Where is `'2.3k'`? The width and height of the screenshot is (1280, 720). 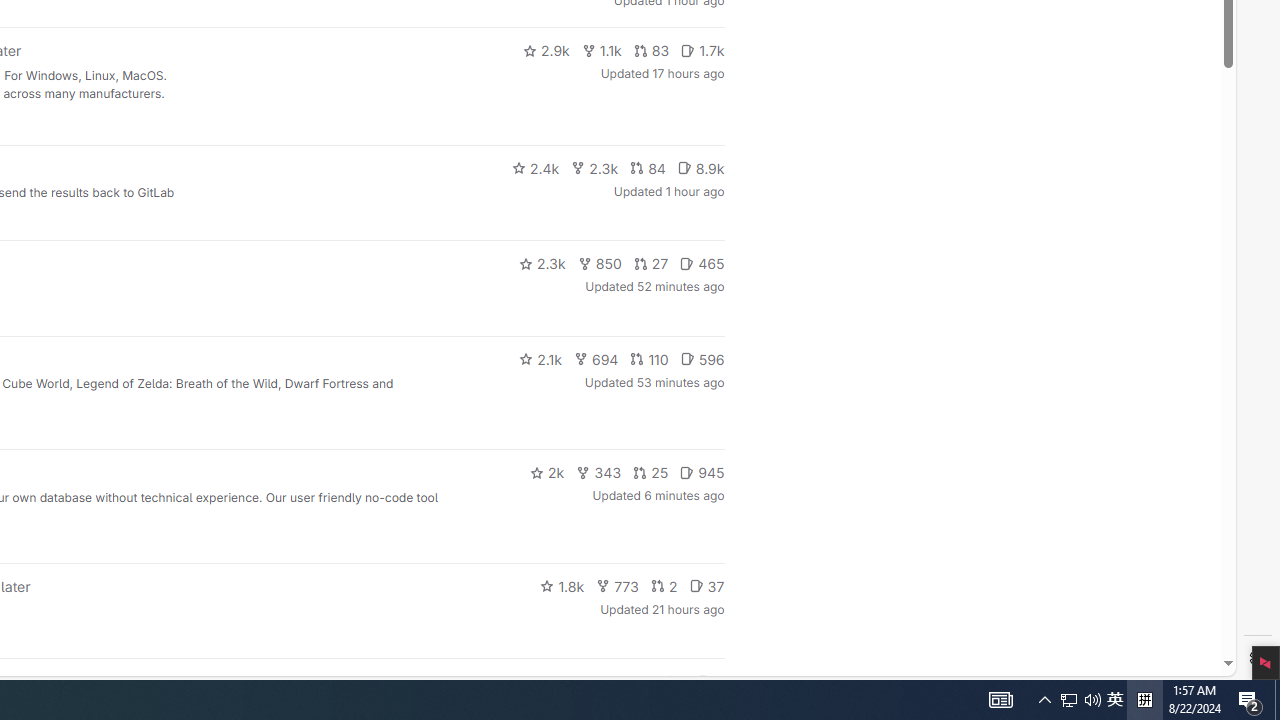
'2.3k' is located at coordinates (542, 262).